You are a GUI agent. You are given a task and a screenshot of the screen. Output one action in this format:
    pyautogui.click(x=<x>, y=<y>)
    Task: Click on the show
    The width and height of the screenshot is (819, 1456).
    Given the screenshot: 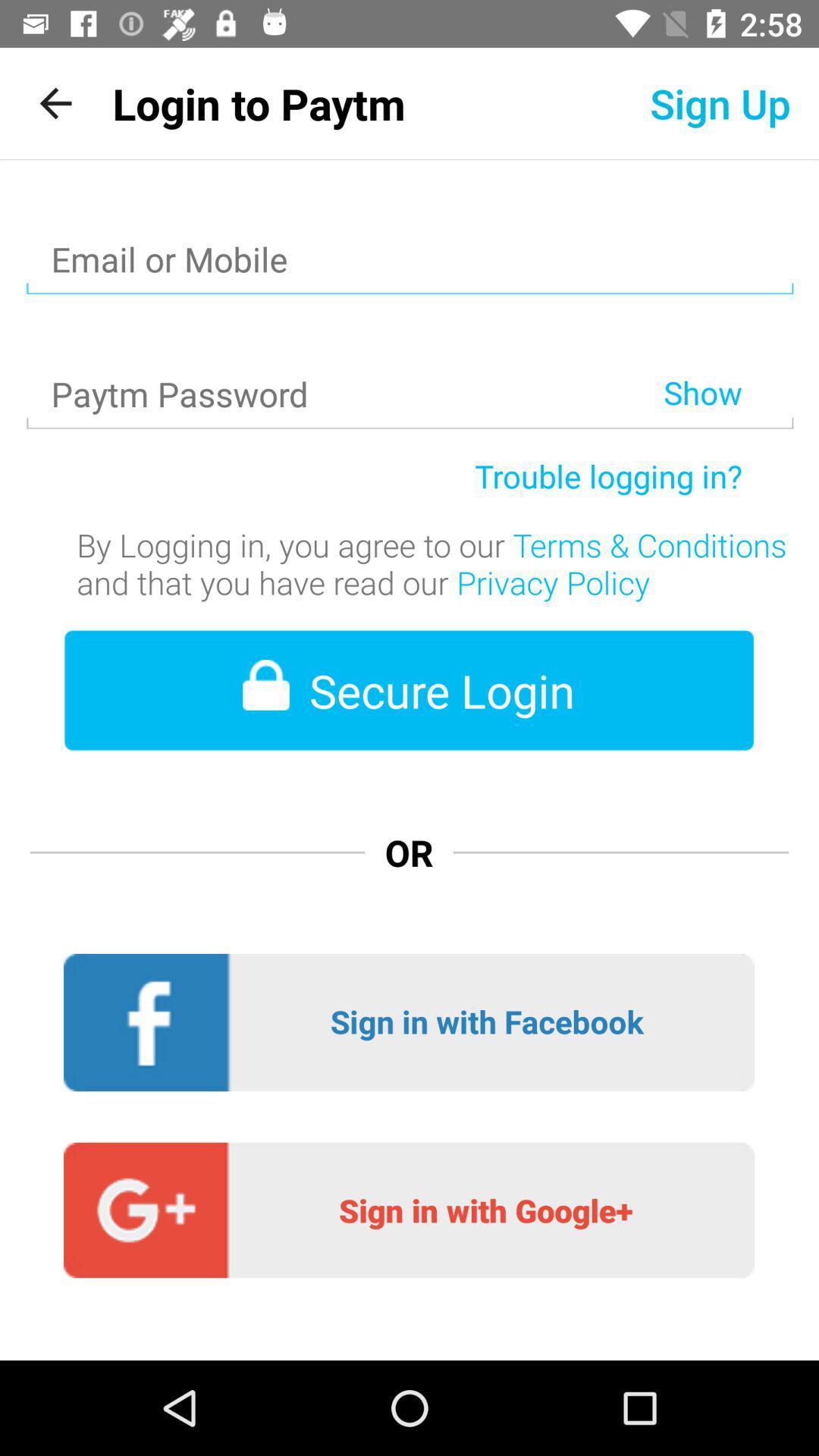 What is the action you would take?
    pyautogui.click(x=727, y=353)
    